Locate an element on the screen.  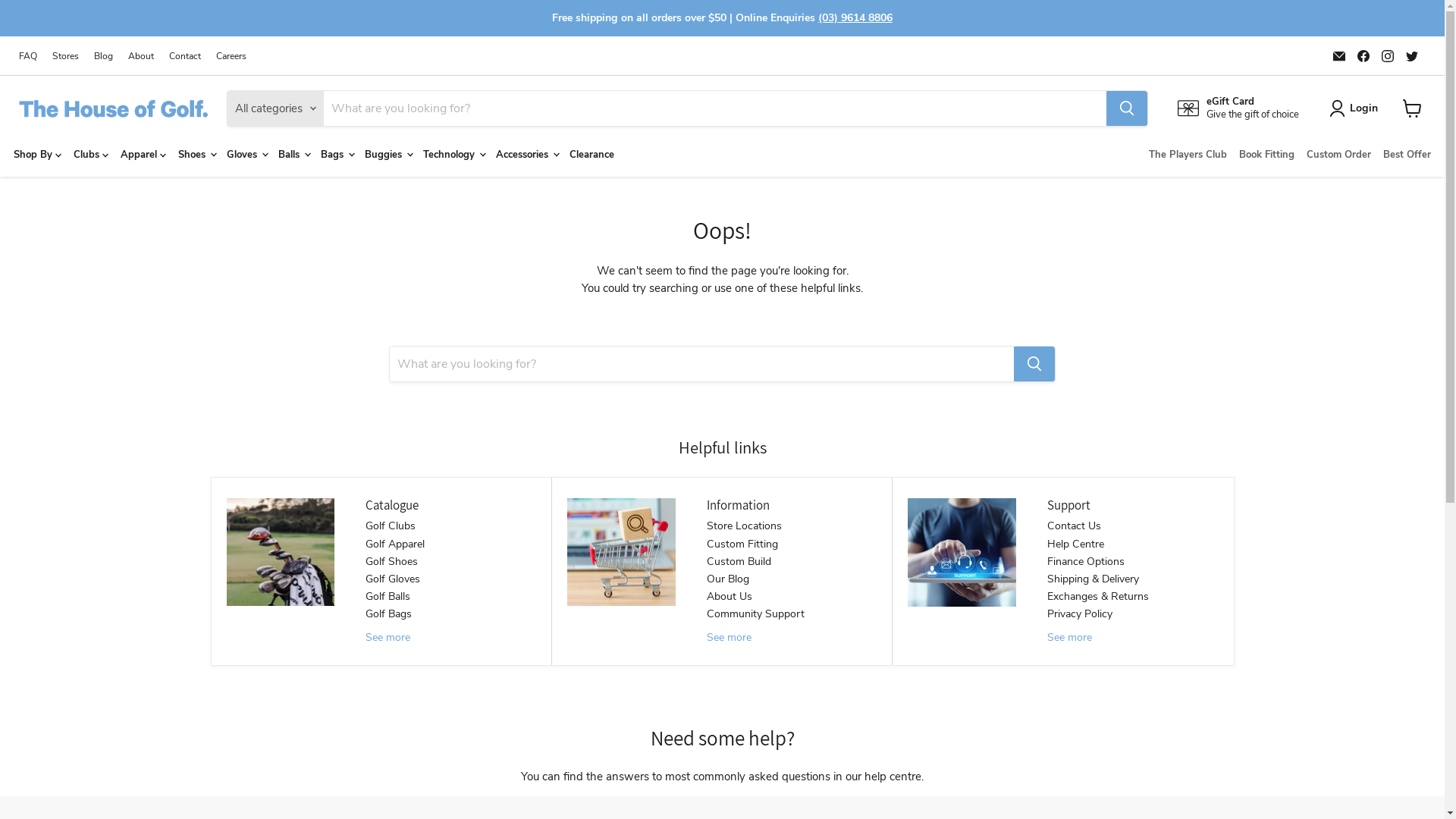
'See more' is located at coordinates (705, 637).